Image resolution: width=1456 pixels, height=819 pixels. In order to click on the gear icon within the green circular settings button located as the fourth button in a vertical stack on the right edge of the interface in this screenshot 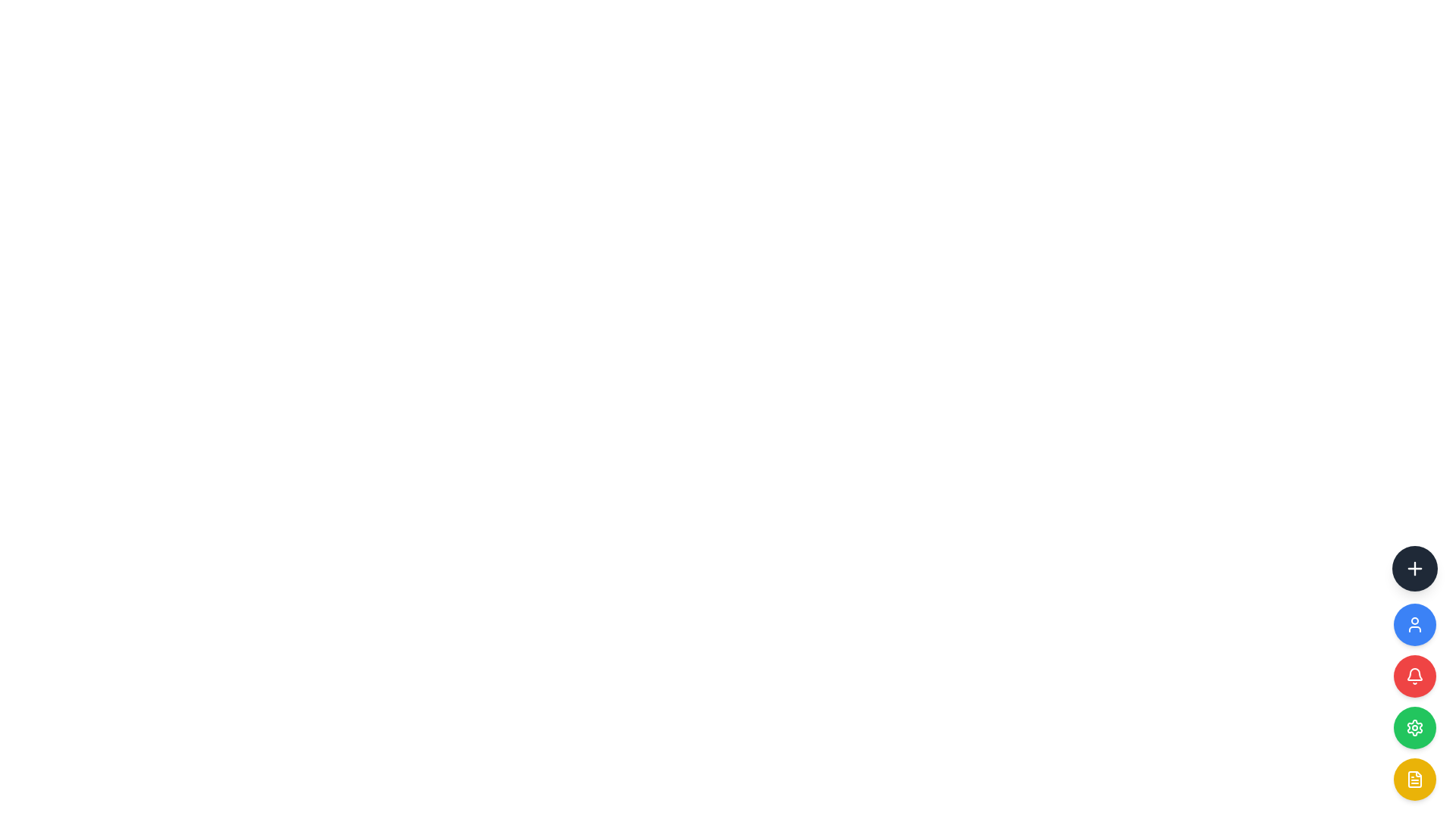, I will do `click(1414, 727)`.